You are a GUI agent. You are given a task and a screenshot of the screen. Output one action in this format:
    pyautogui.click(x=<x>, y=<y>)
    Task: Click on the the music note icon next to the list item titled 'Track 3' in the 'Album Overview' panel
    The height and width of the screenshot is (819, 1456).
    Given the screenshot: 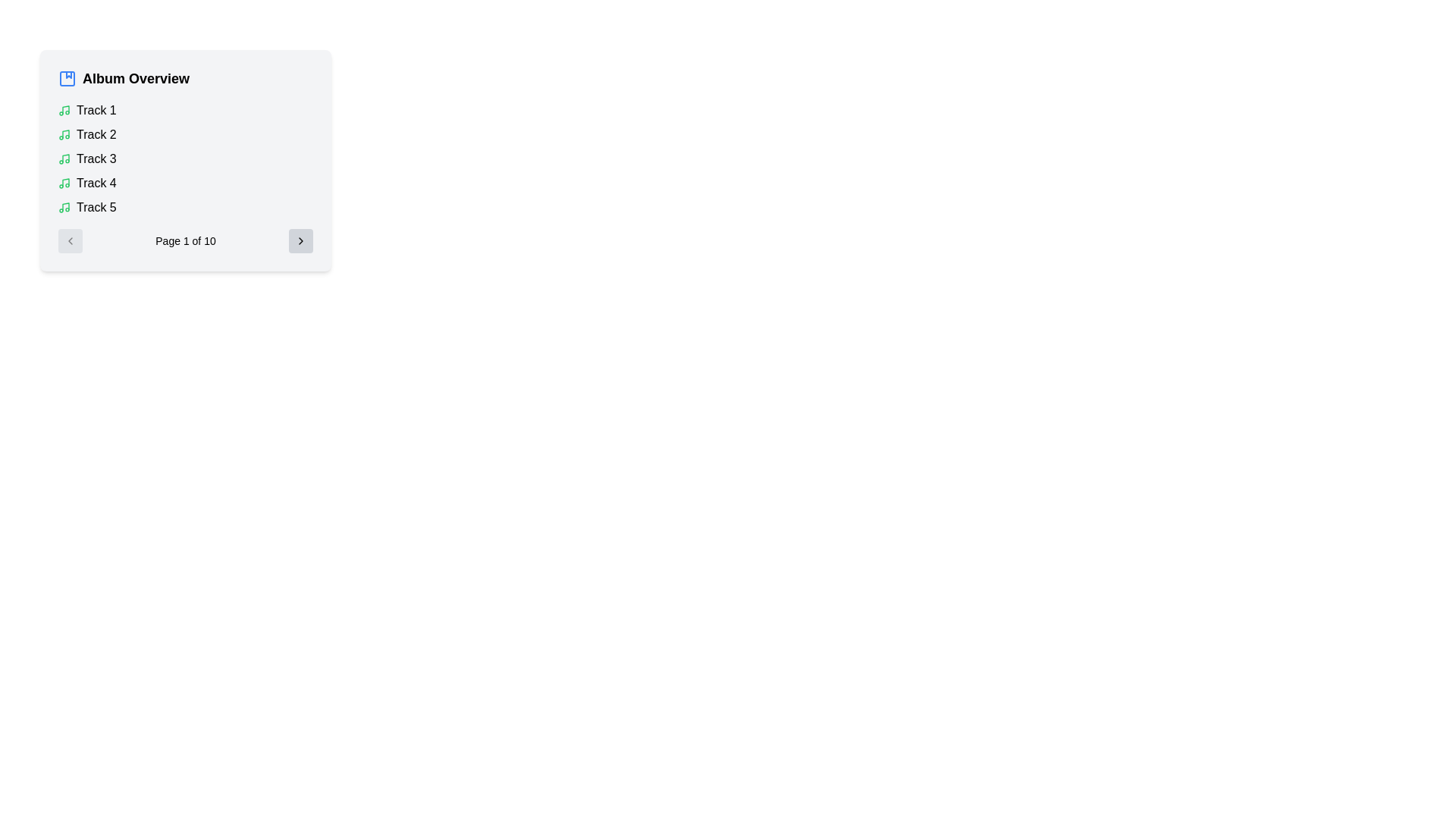 What is the action you would take?
    pyautogui.click(x=64, y=158)
    